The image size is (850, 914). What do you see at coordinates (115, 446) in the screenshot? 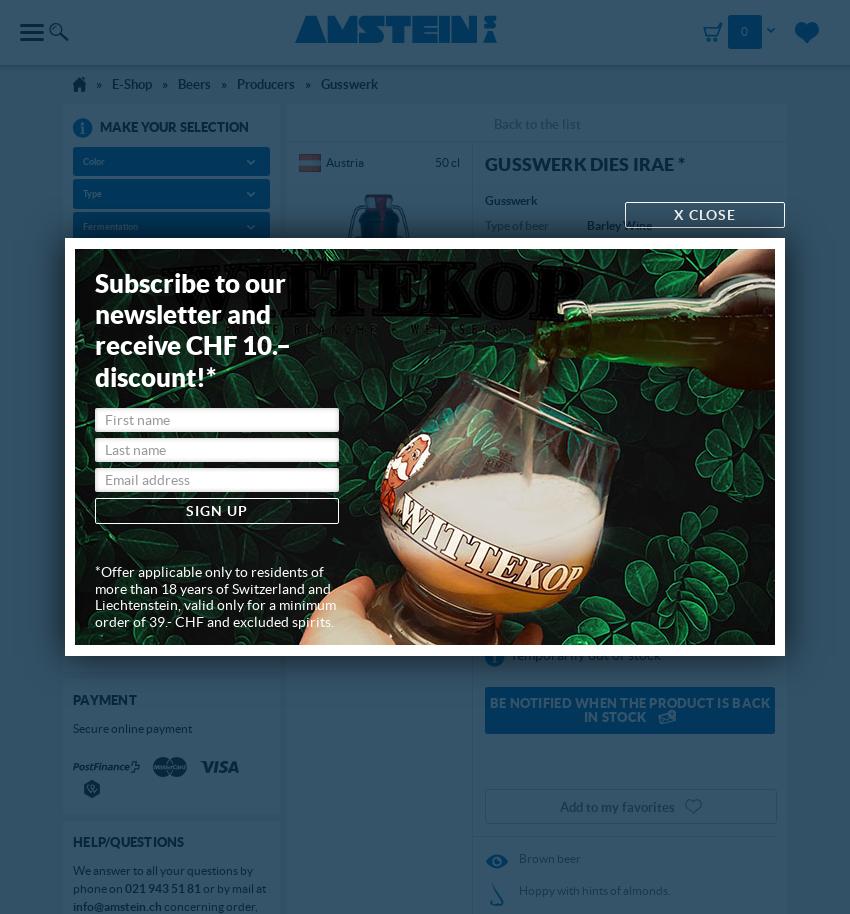
I see `'New Arrivals'` at bounding box center [115, 446].